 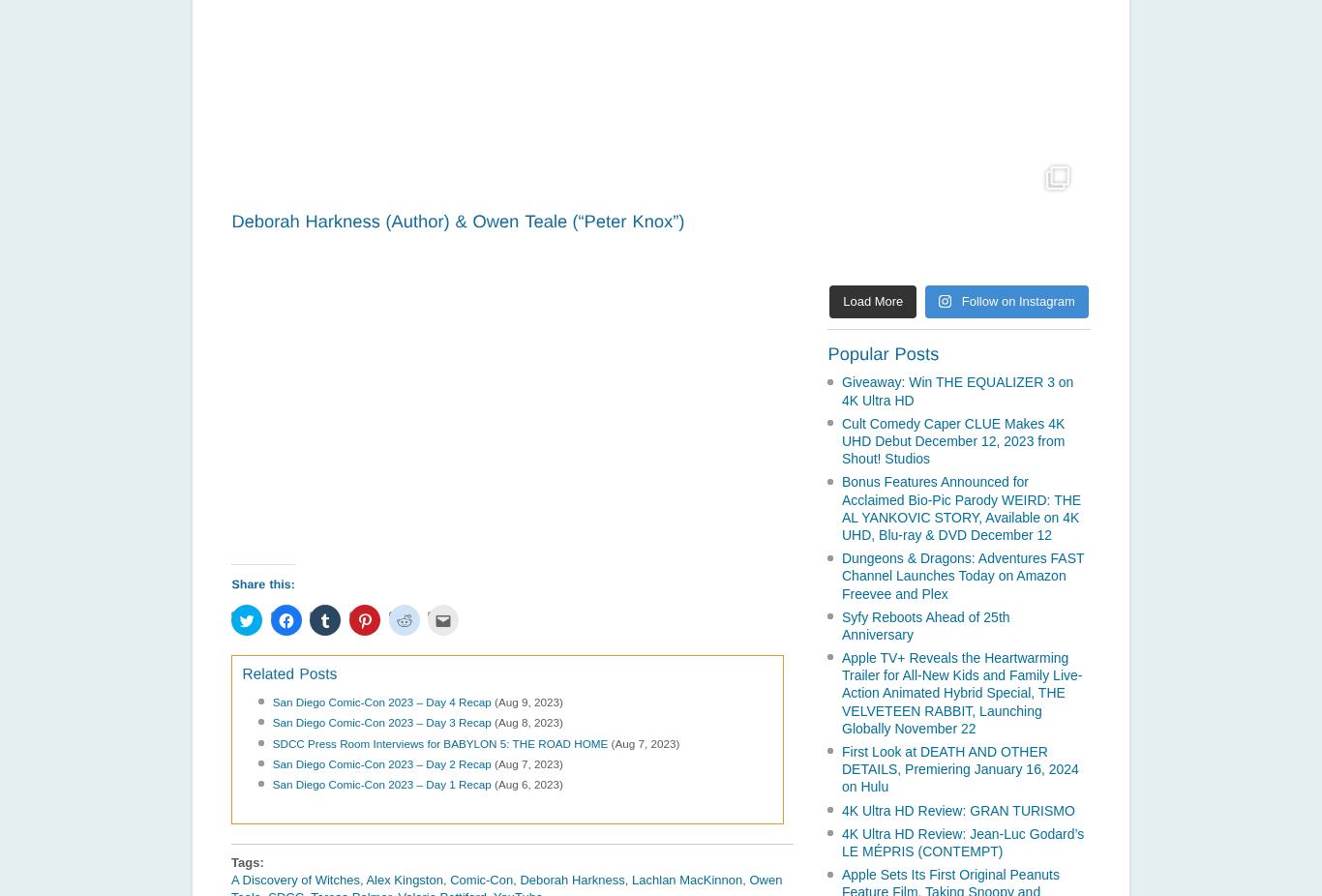 What do you see at coordinates (295, 879) in the screenshot?
I see `'A Discovery of Witches'` at bounding box center [295, 879].